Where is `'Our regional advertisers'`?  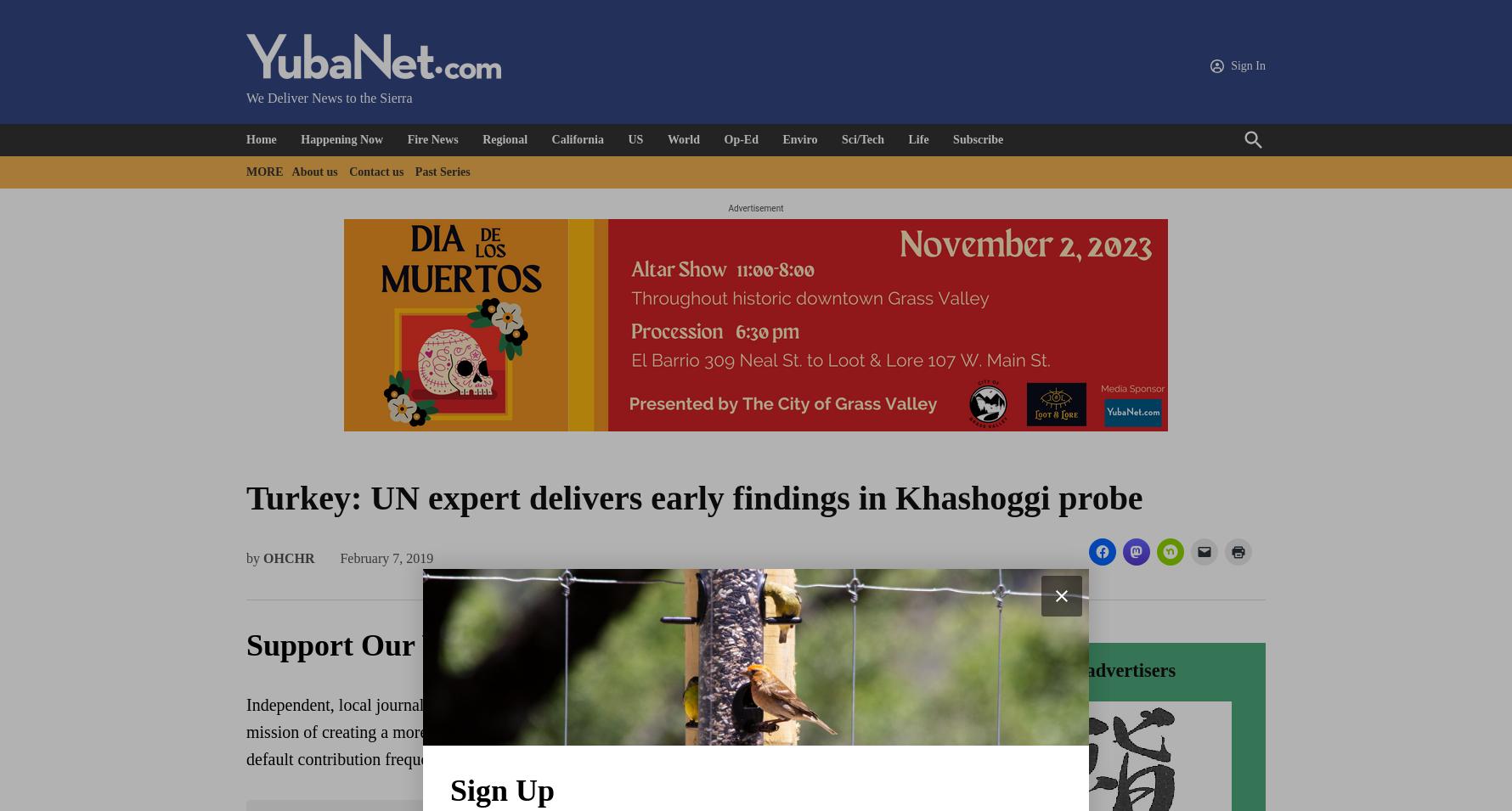 'Our regional advertisers' is located at coordinates (976, 668).